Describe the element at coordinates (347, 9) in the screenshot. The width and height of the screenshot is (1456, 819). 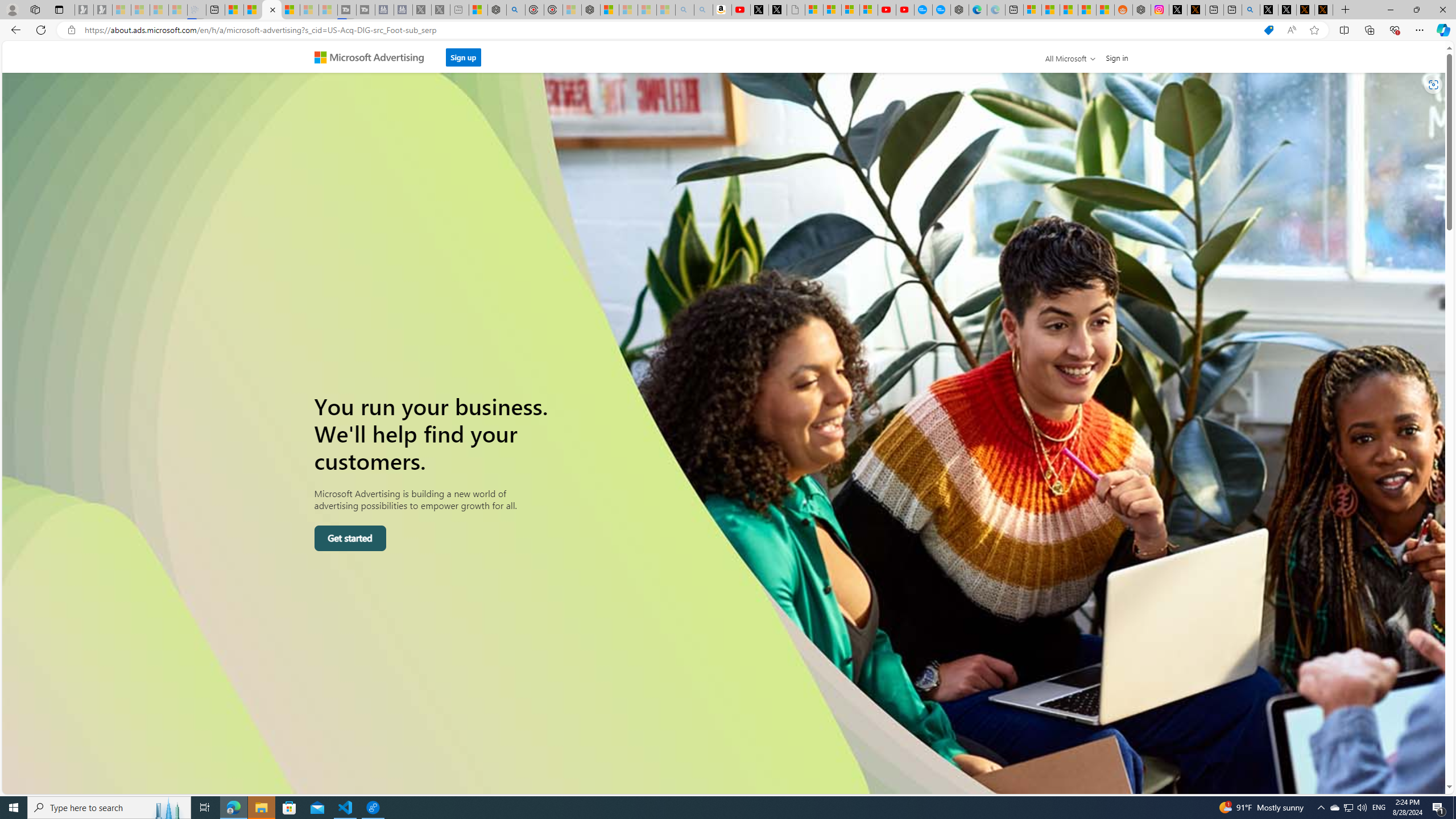
I see `'Streaming Coverage | T3 - Sleeping'` at that location.